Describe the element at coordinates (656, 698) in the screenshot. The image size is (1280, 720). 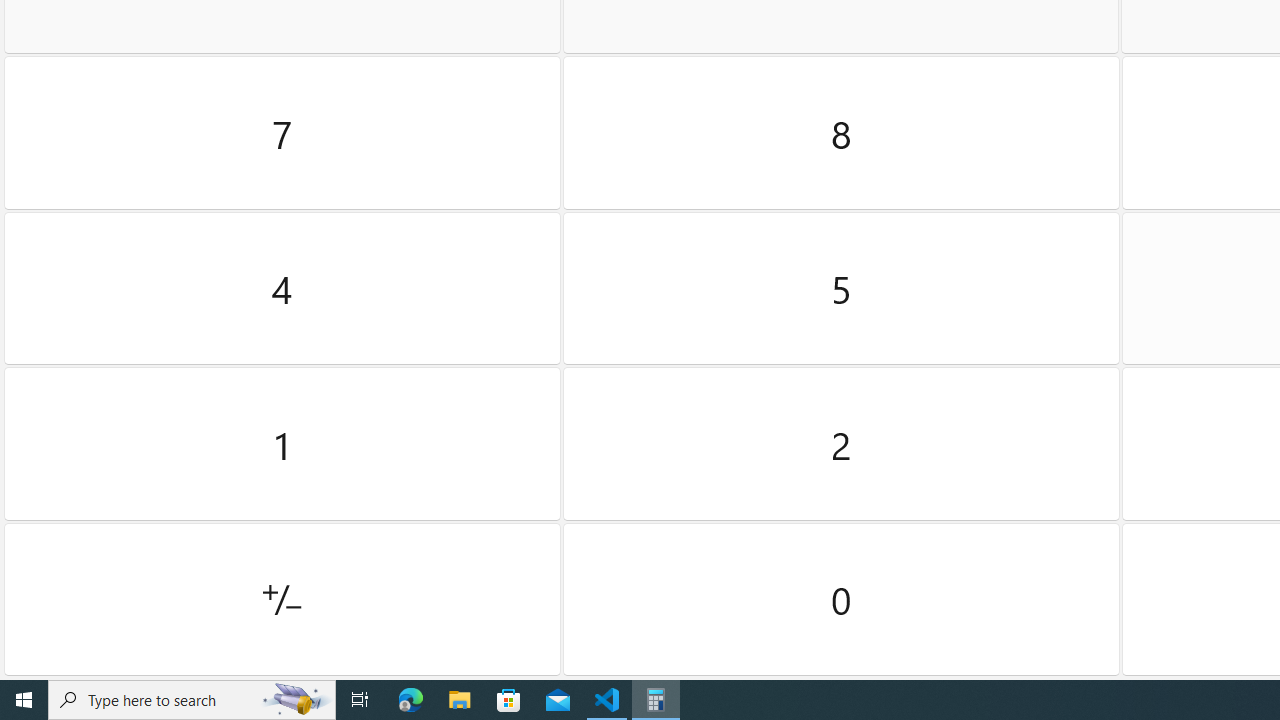
I see `'Calculator - 1 running window'` at that location.